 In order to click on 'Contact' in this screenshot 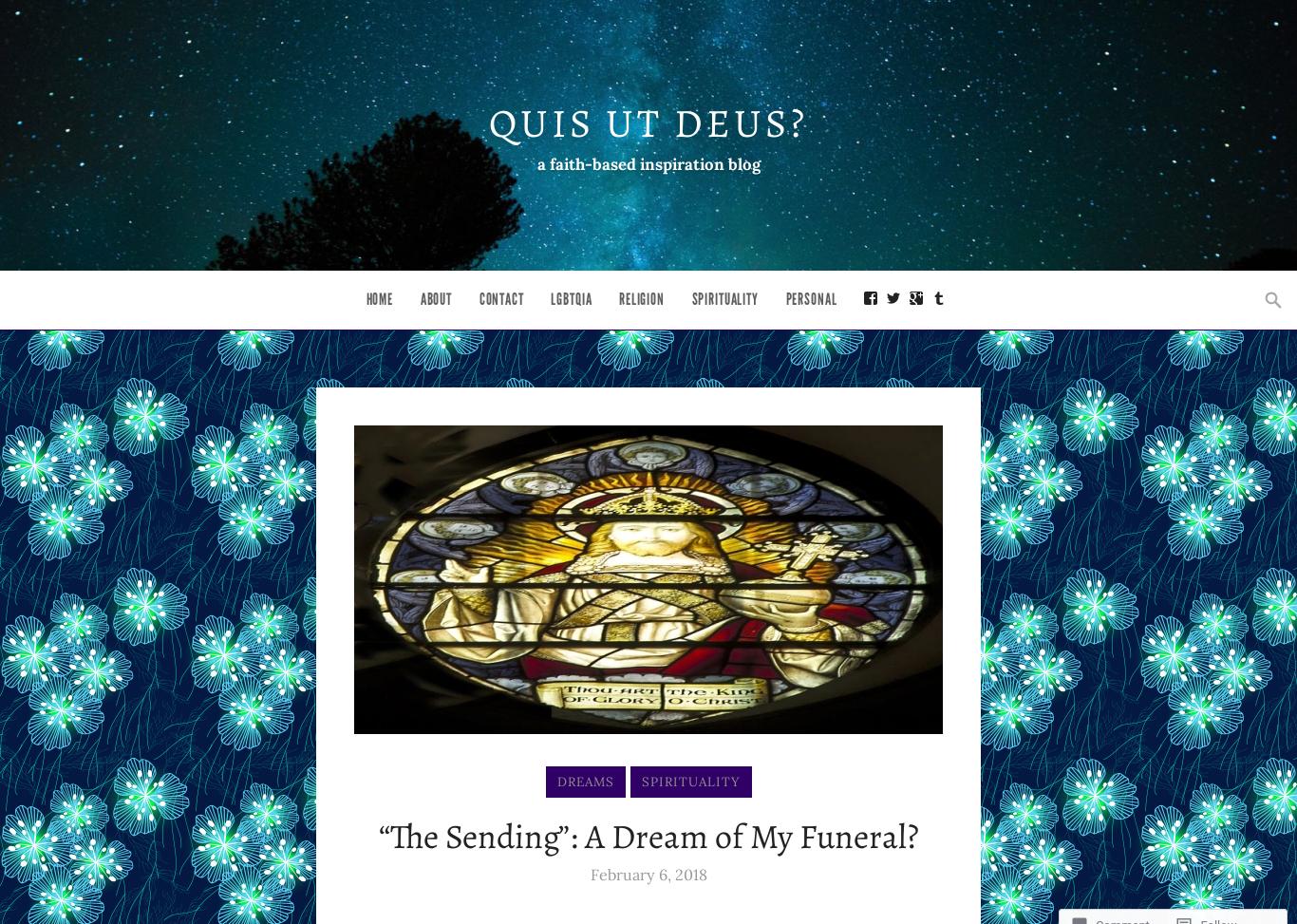, I will do `click(479, 299)`.